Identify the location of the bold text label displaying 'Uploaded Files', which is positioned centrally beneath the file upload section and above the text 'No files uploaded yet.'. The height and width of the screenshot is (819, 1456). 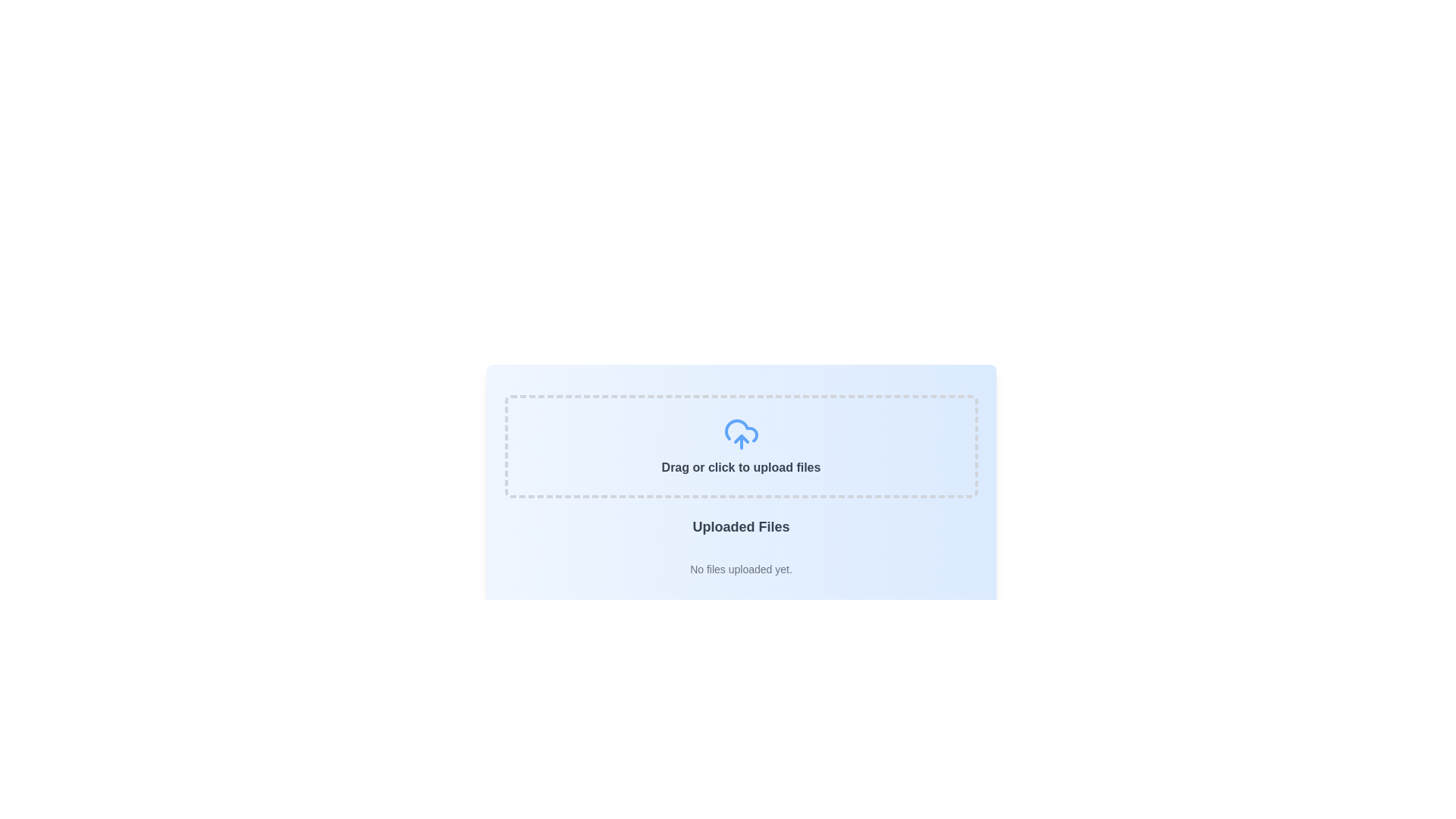
(741, 526).